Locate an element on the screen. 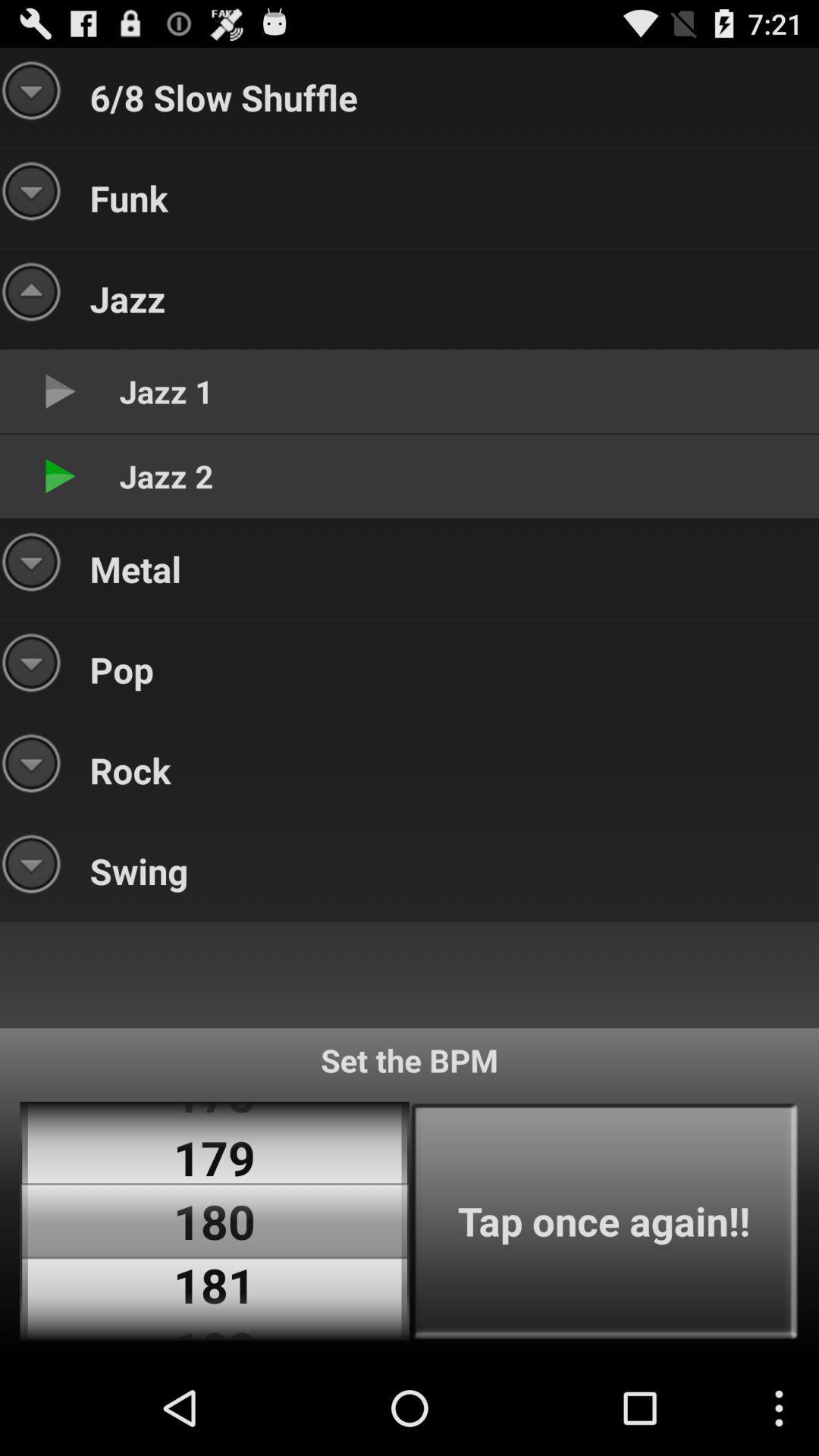 This screenshot has height=1456, width=819. the icon at the bottom right corner is located at coordinates (603, 1221).